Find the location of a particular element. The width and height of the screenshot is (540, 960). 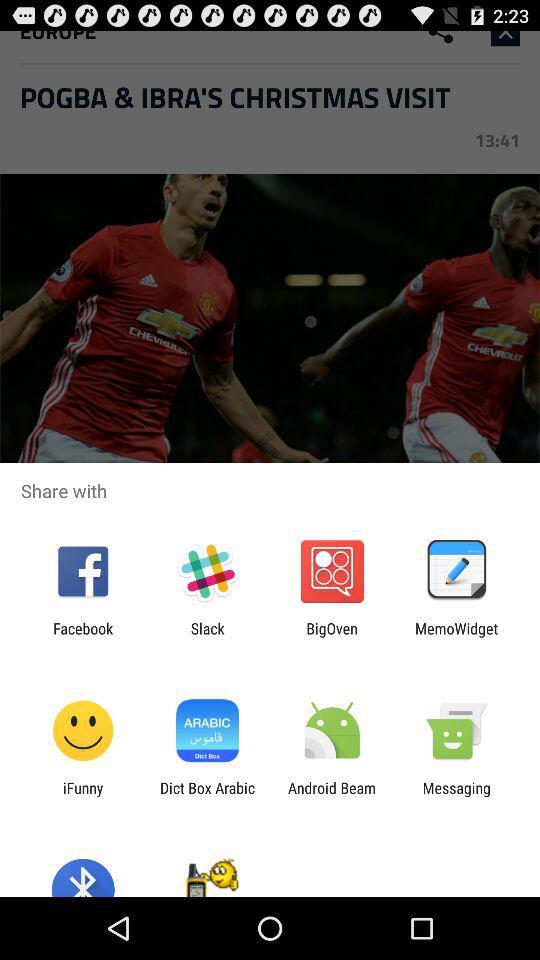

the icon to the left of bigoven icon is located at coordinates (206, 636).